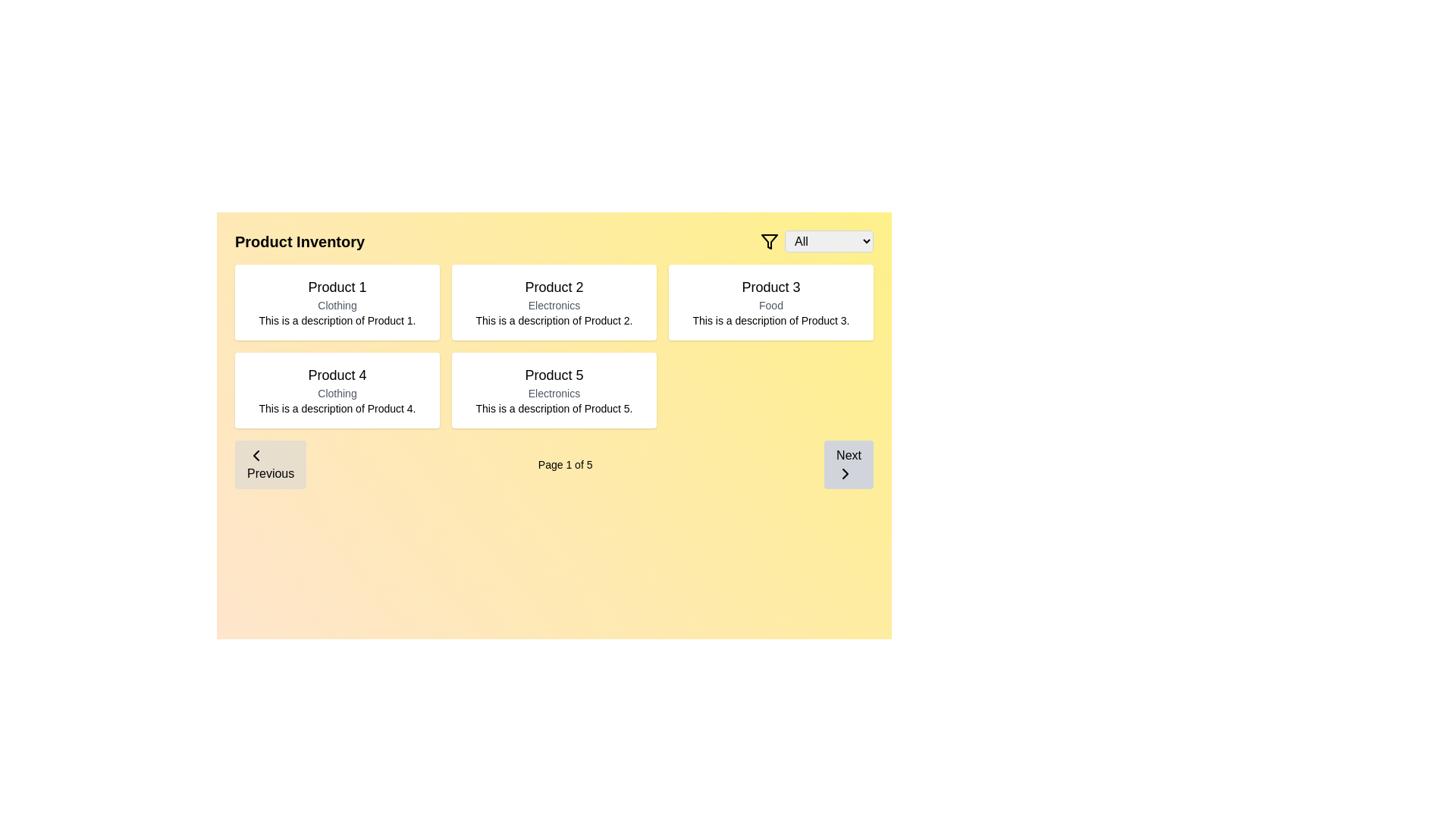  I want to click on the descriptive text element that contains 'This is a description of Product 4.' in the product card located in the bottom row, first column, so click(337, 408).